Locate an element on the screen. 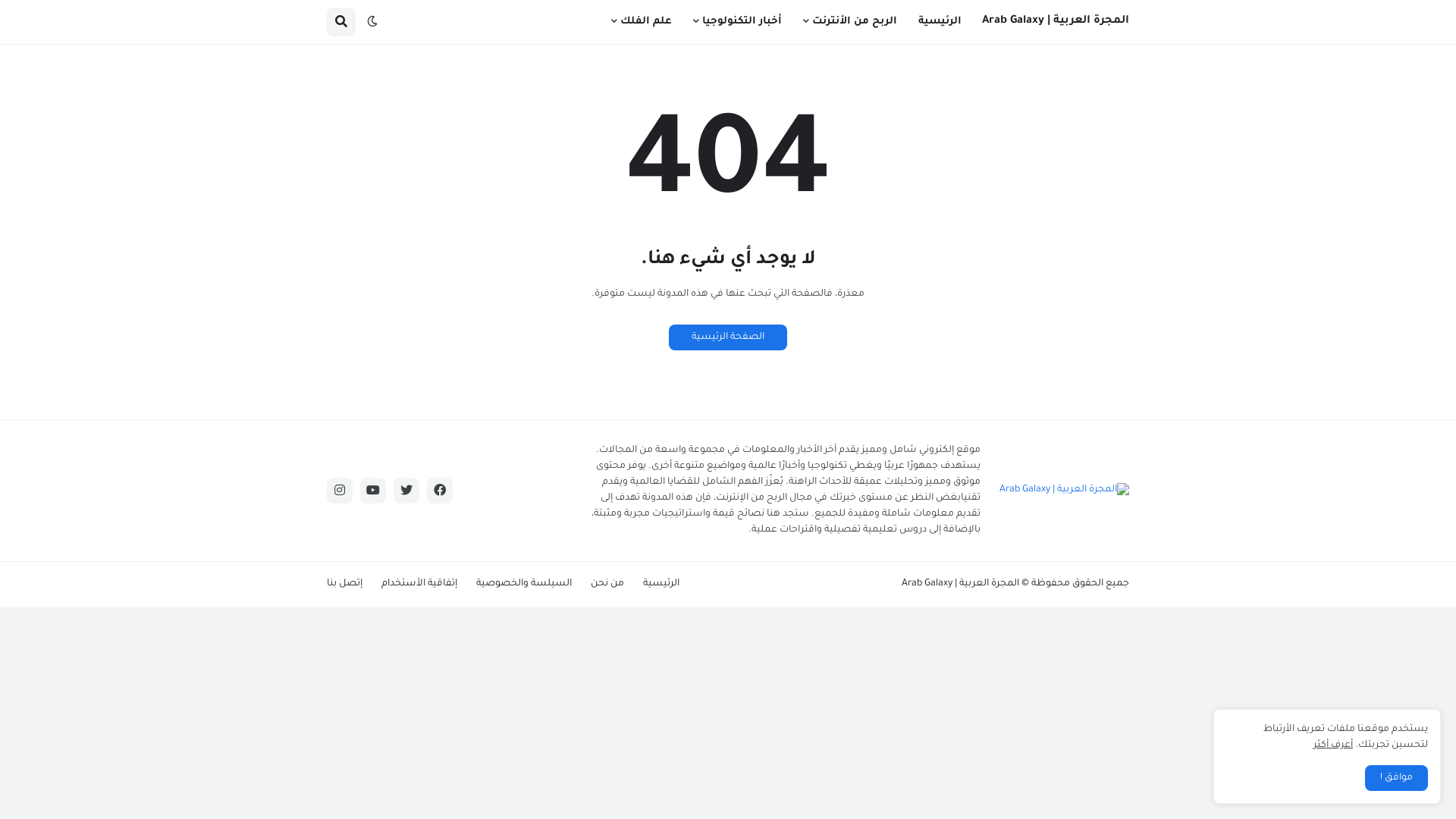 This screenshot has width=1456, height=819. 'twitter' is located at coordinates (406, 491).